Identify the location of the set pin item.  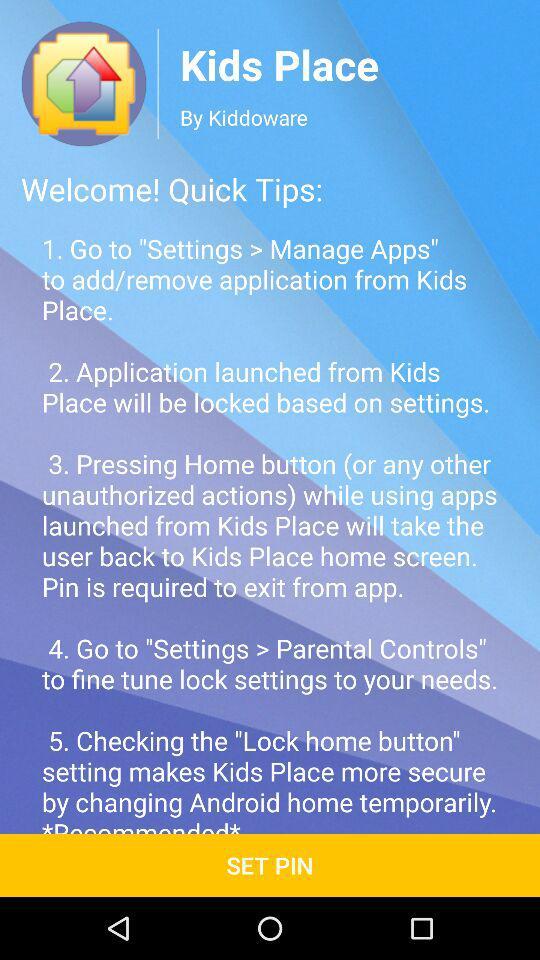
(270, 864).